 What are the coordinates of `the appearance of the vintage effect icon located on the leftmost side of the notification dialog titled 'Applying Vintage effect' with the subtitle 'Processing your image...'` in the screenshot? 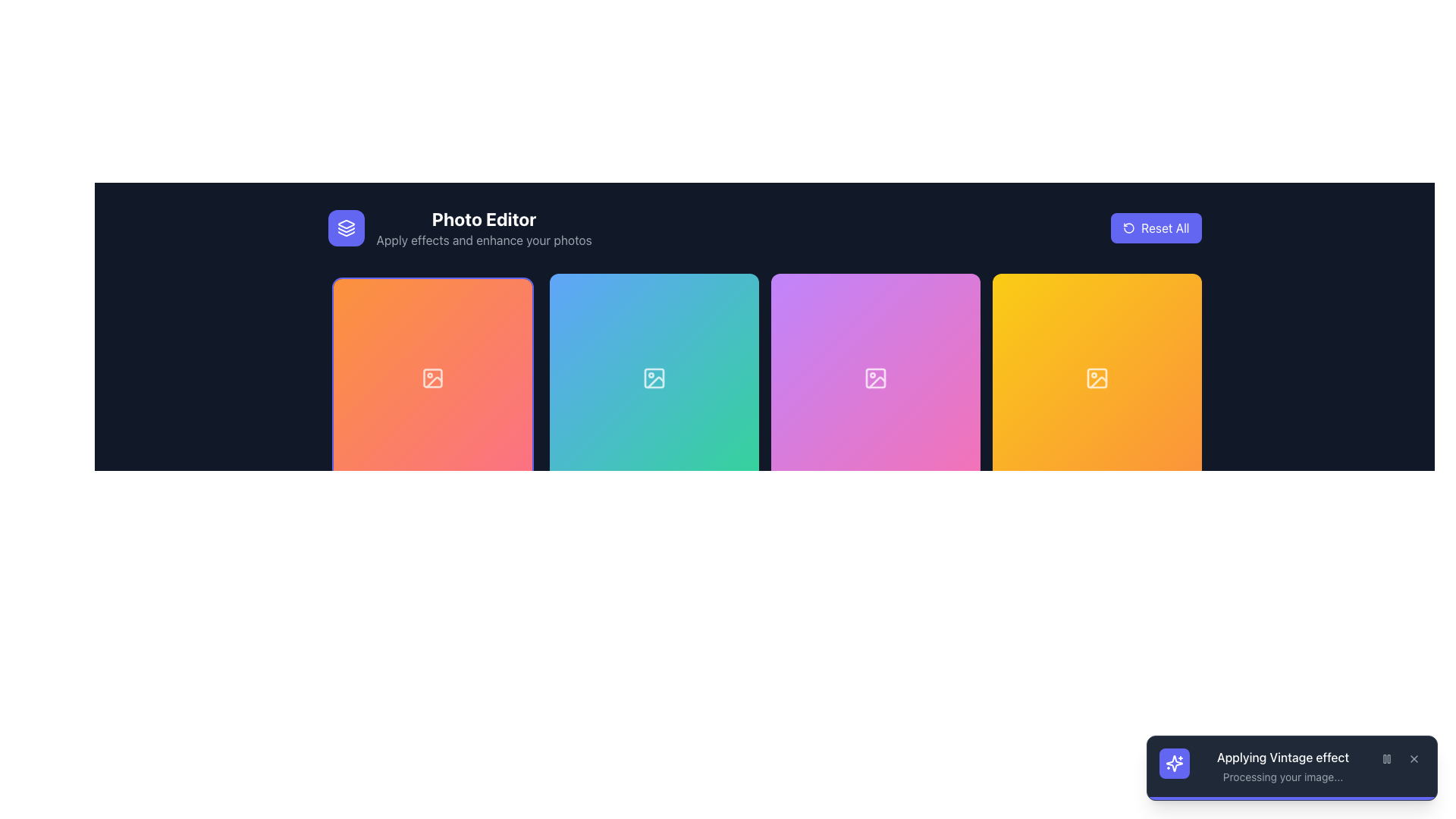 It's located at (1174, 763).